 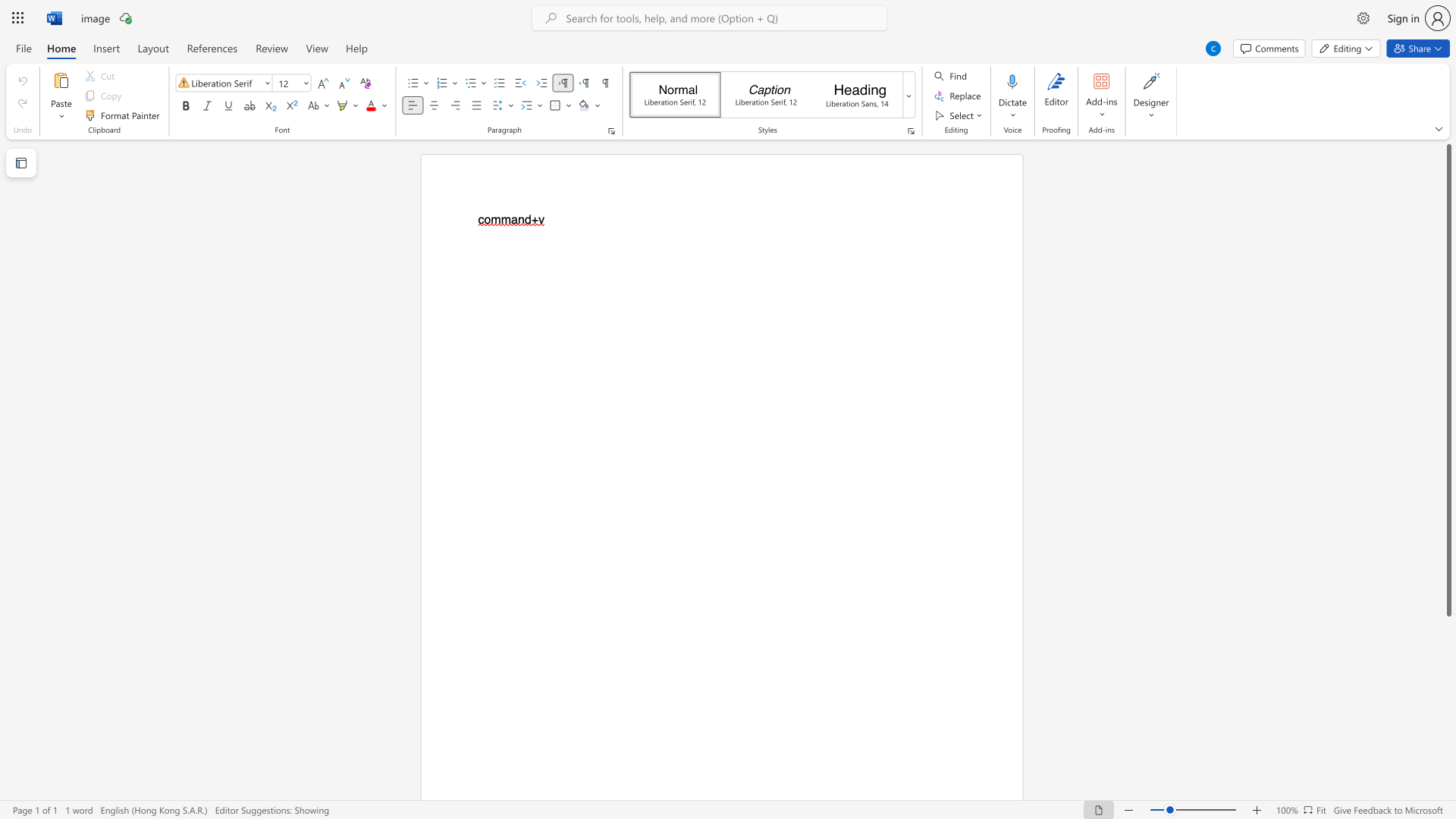 What do you see at coordinates (1448, 773) in the screenshot?
I see `the scrollbar to move the view down` at bounding box center [1448, 773].